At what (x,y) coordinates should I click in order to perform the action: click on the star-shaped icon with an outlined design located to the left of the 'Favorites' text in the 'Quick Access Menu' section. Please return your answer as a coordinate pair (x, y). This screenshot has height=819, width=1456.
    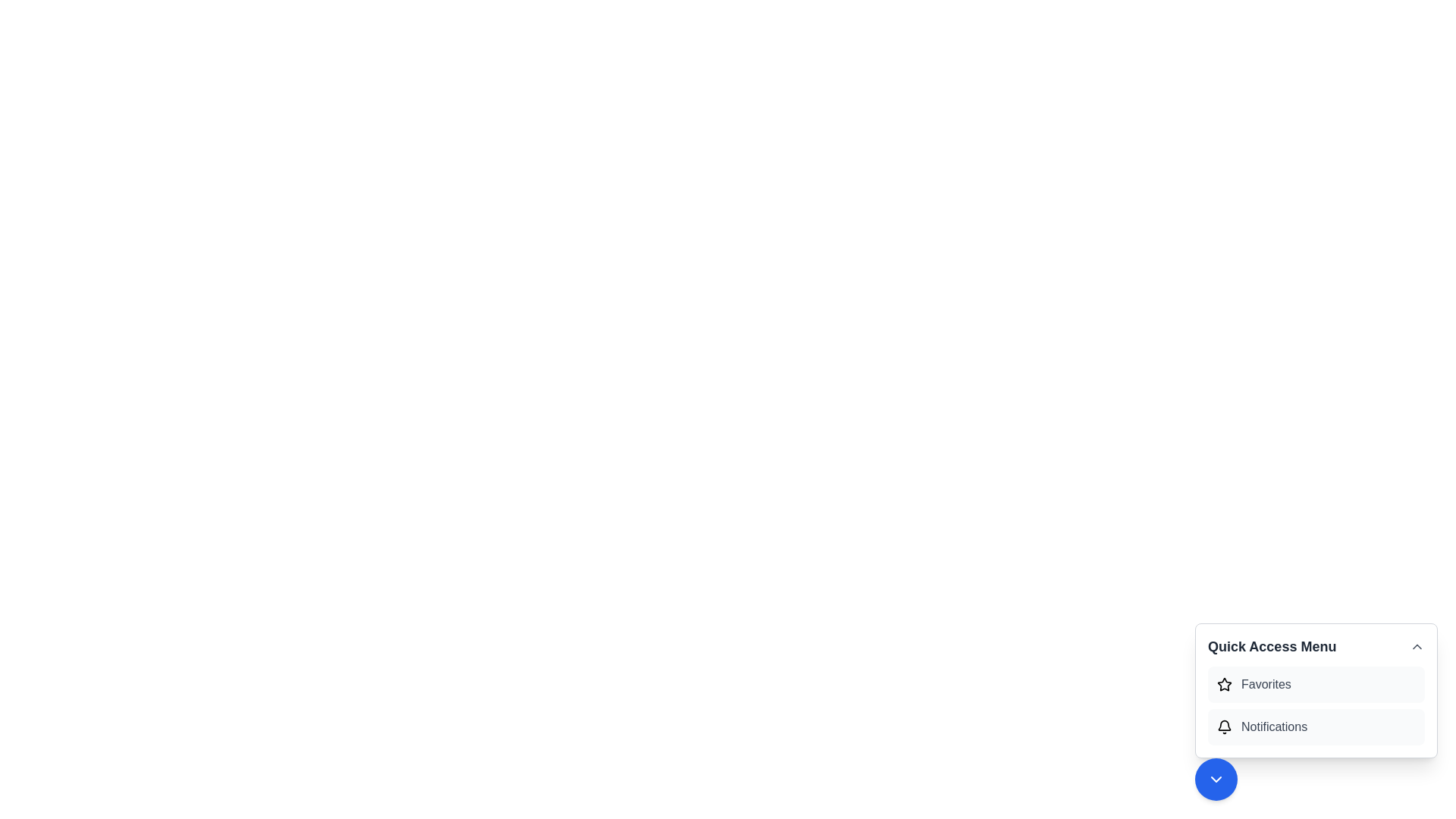
    Looking at the image, I should click on (1224, 684).